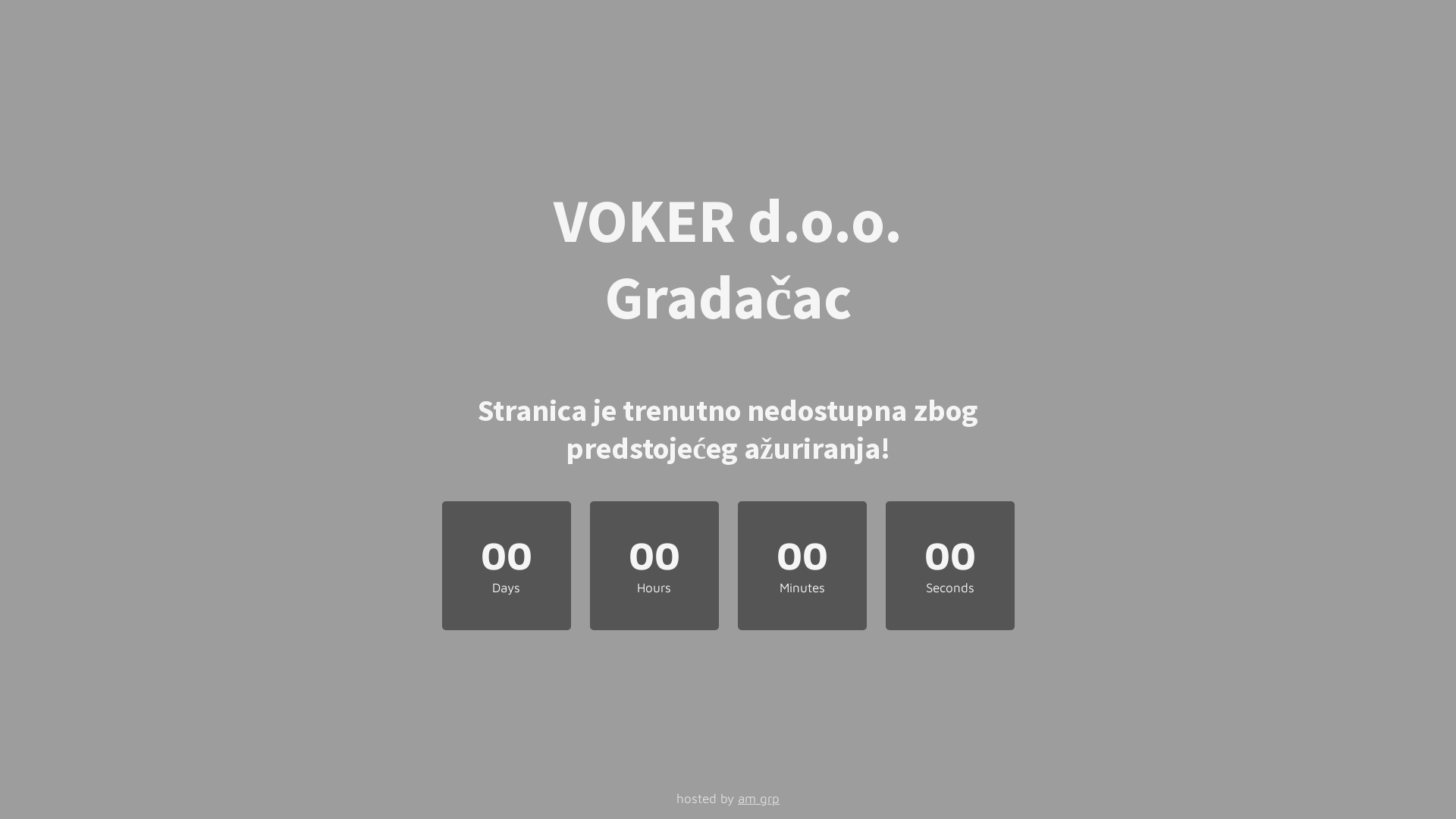 The width and height of the screenshot is (1456, 819). Describe the element at coordinates (758, 798) in the screenshot. I see `'am grp'` at that location.